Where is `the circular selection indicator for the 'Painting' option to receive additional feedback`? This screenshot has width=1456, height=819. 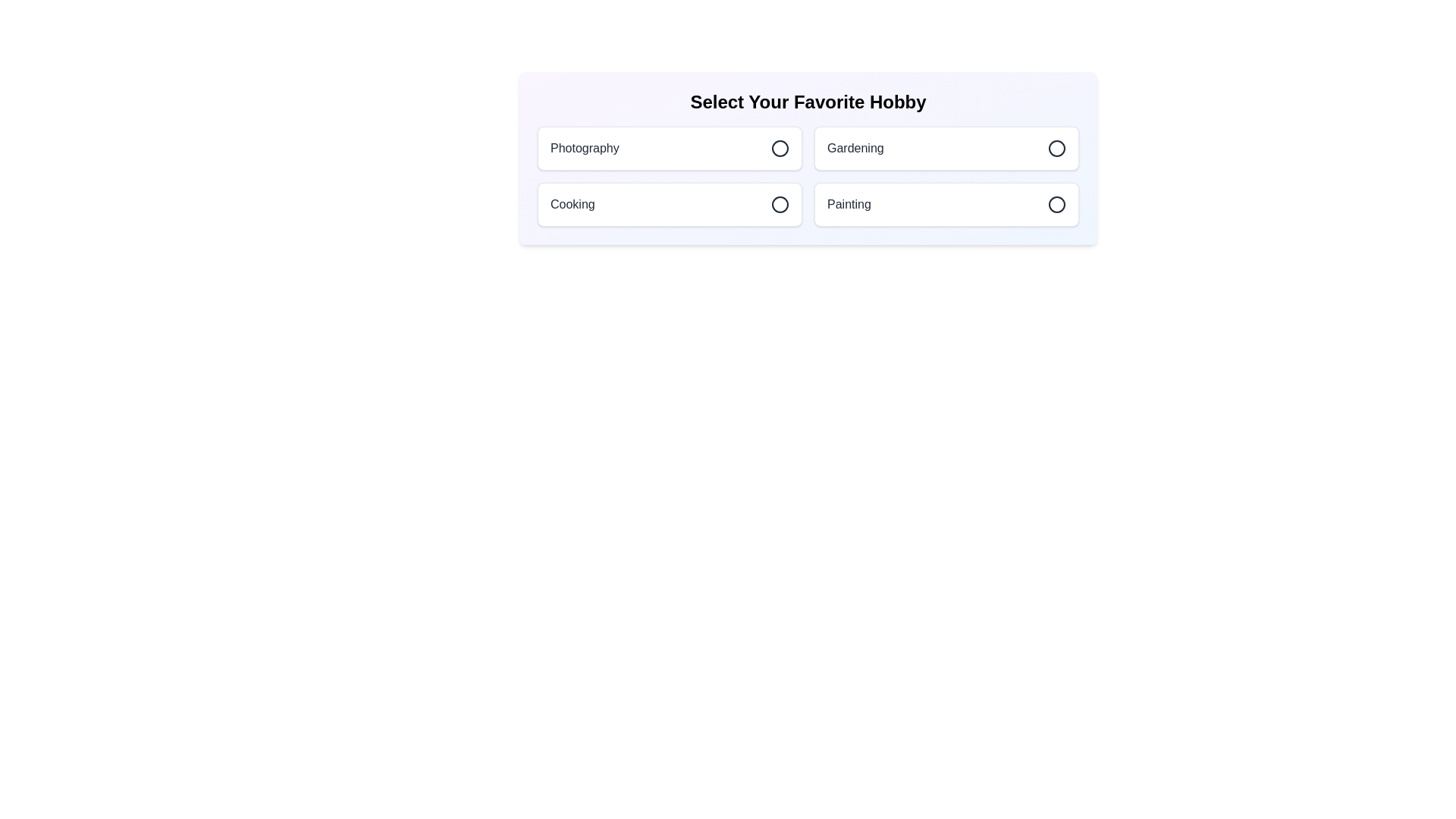
the circular selection indicator for the 'Painting' option to receive additional feedback is located at coordinates (1056, 205).